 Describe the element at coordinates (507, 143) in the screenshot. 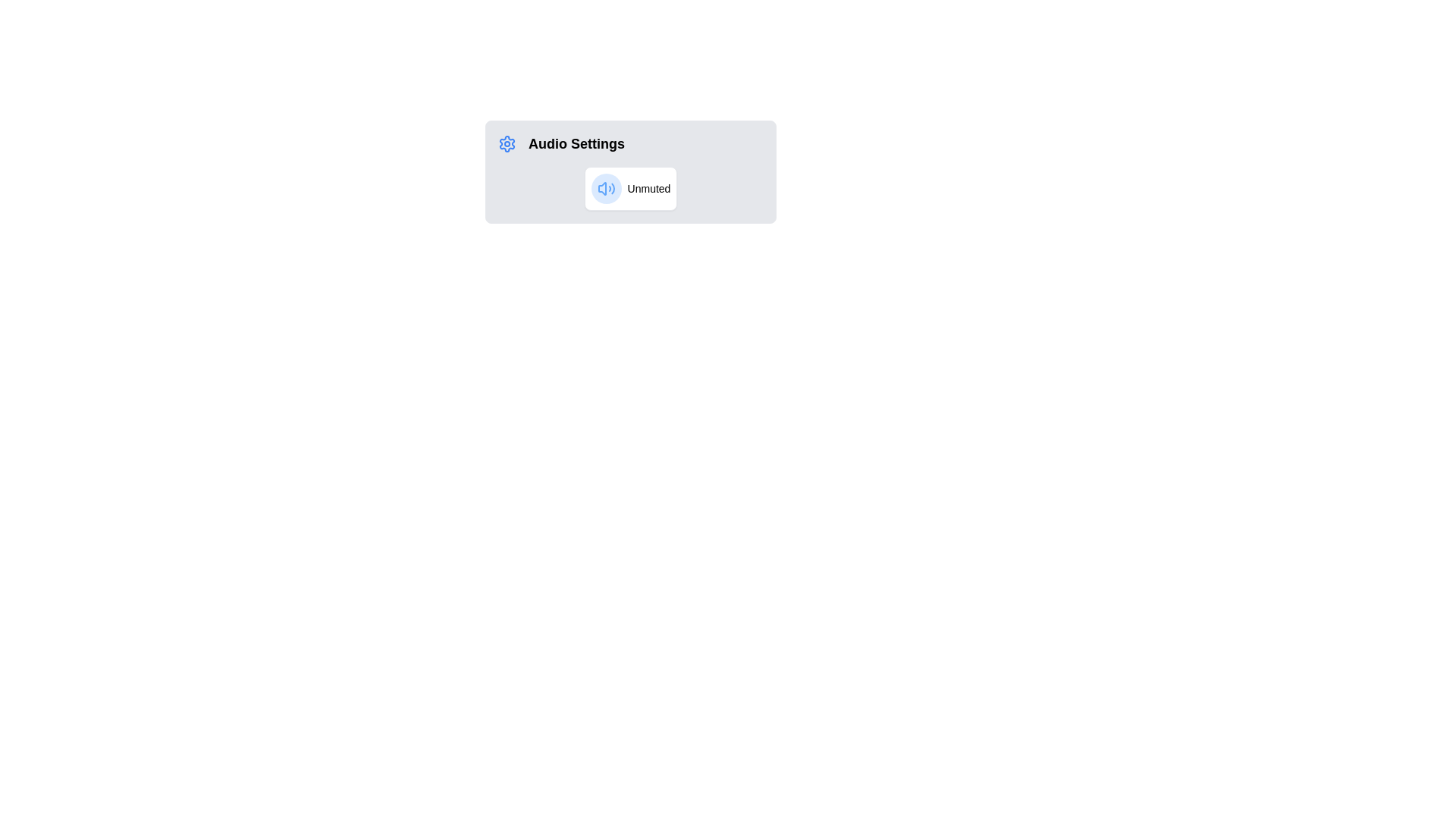

I see `the blue gear icon located to the left of the 'Audio Settings' text` at that location.